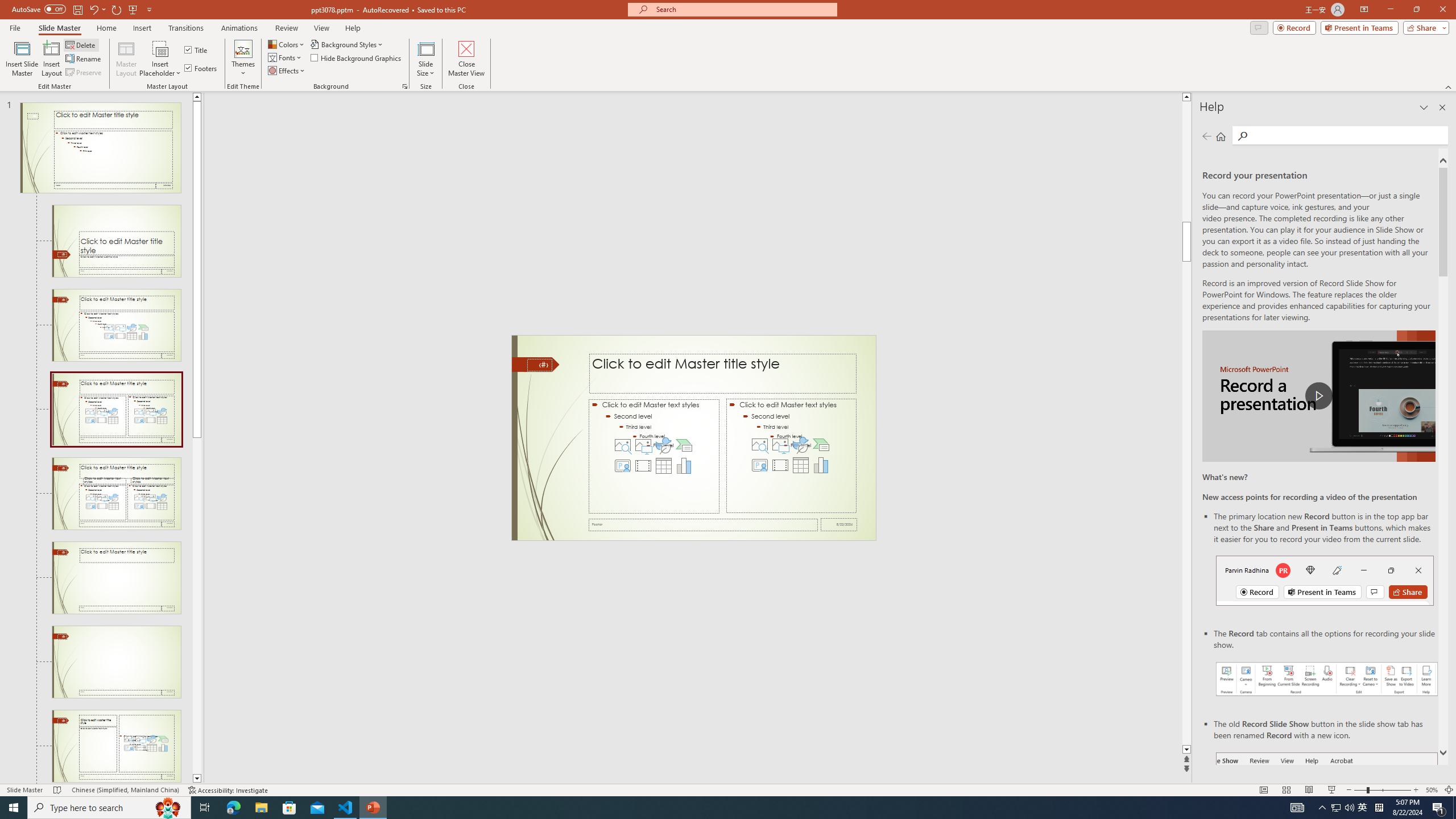 The height and width of the screenshot is (819, 1456). I want to click on 'Footers', so click(201, 67).